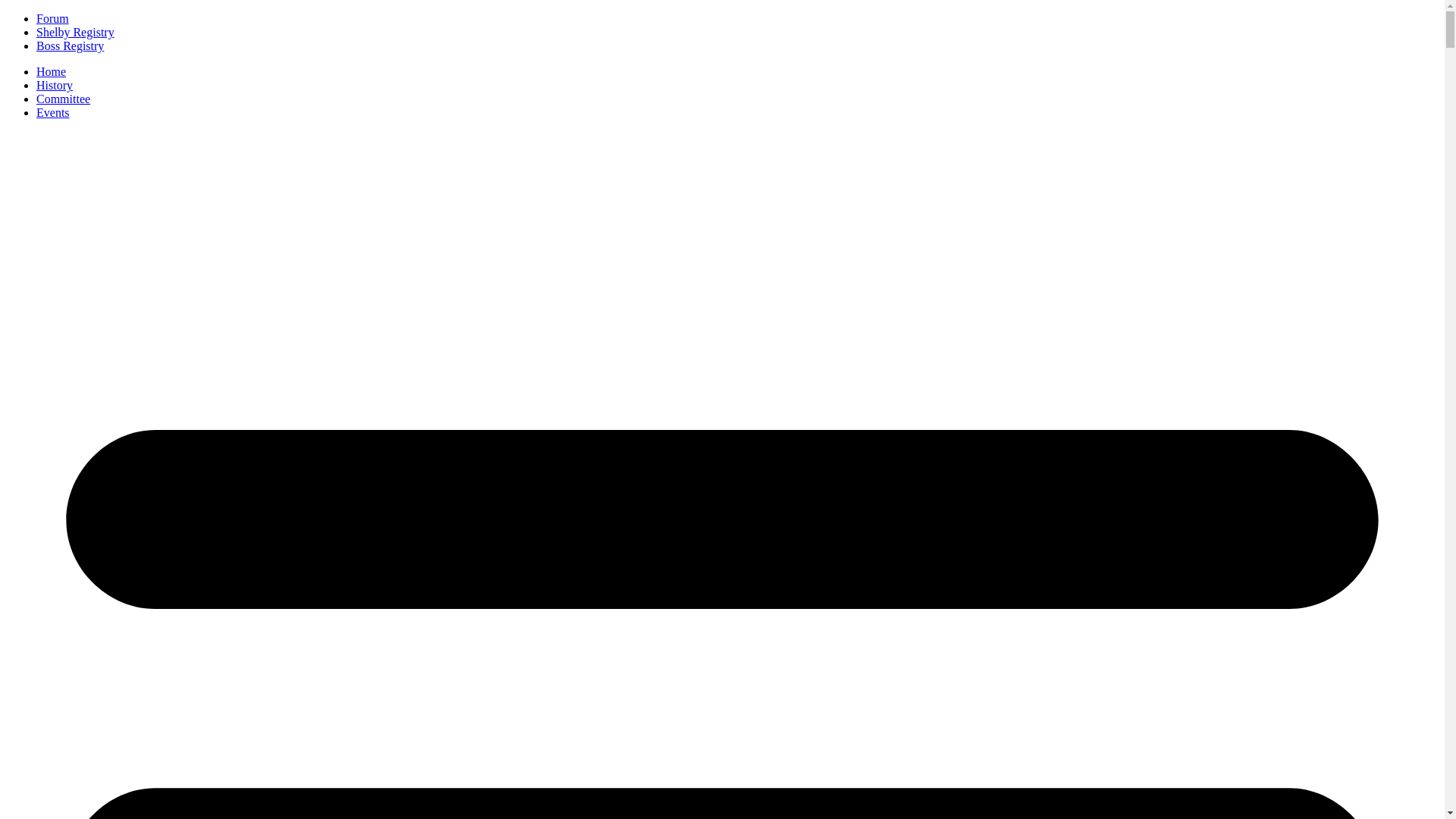 This screenshot has height=819, width=1456. I want to click on 'Events', so click(53, 111).